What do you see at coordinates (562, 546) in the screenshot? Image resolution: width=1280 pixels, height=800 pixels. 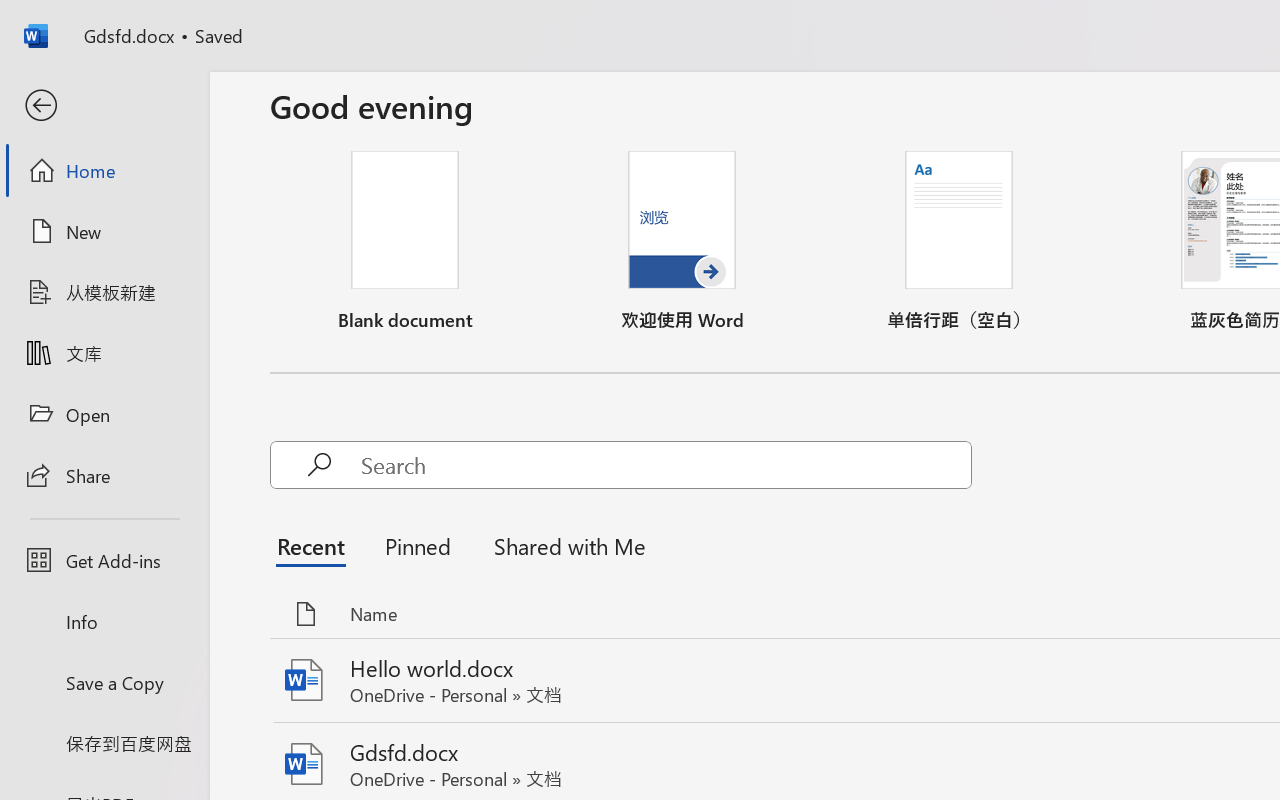 I see `'Shared with Me'` at bounding box center [562, 546].